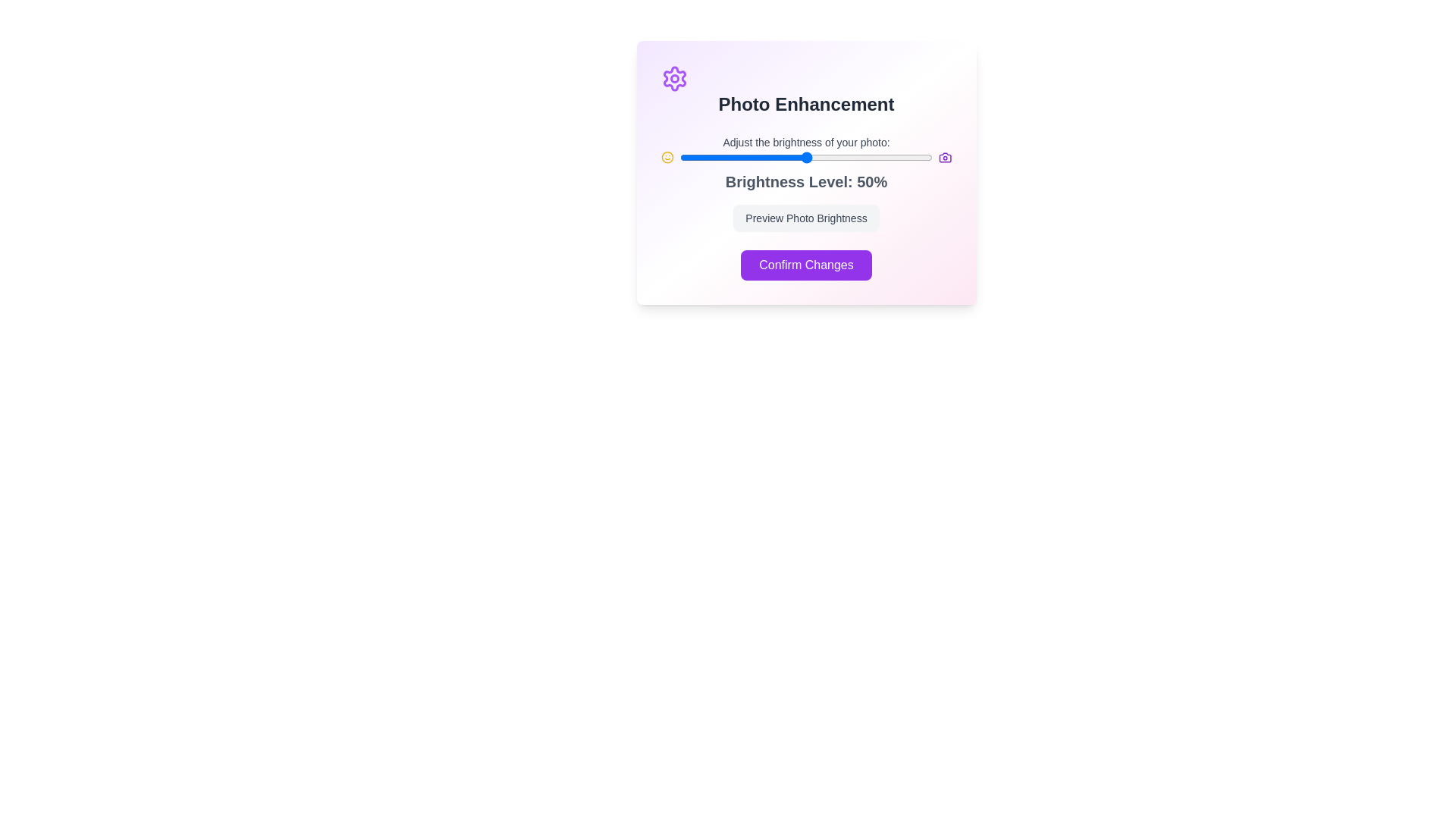 The width and height of the screenshot is (1456, 819). Describe the element at coordinates (841, 158) in the screenshot. I see `the brightness slider to 64%` at that location.